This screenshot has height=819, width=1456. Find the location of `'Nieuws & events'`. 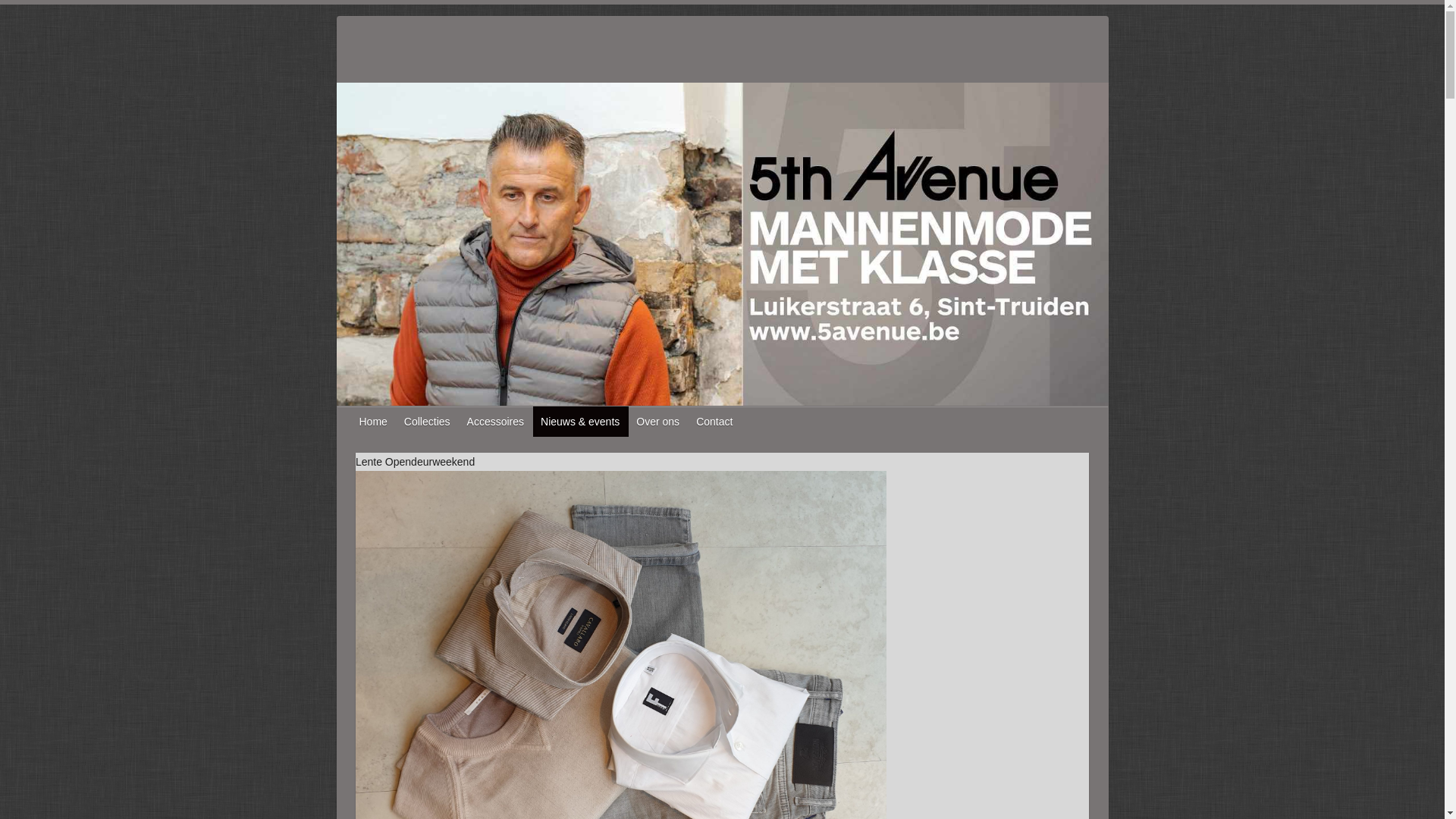

'Nieuws & events' is located at coordinates (532, 421).